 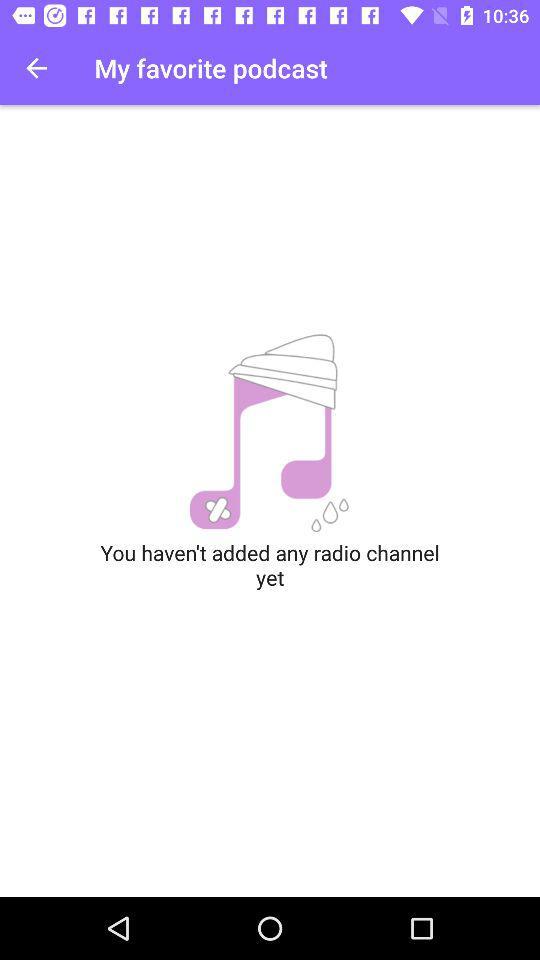 I want to click on the icon at the top left corner, so click(x=36, y=68).